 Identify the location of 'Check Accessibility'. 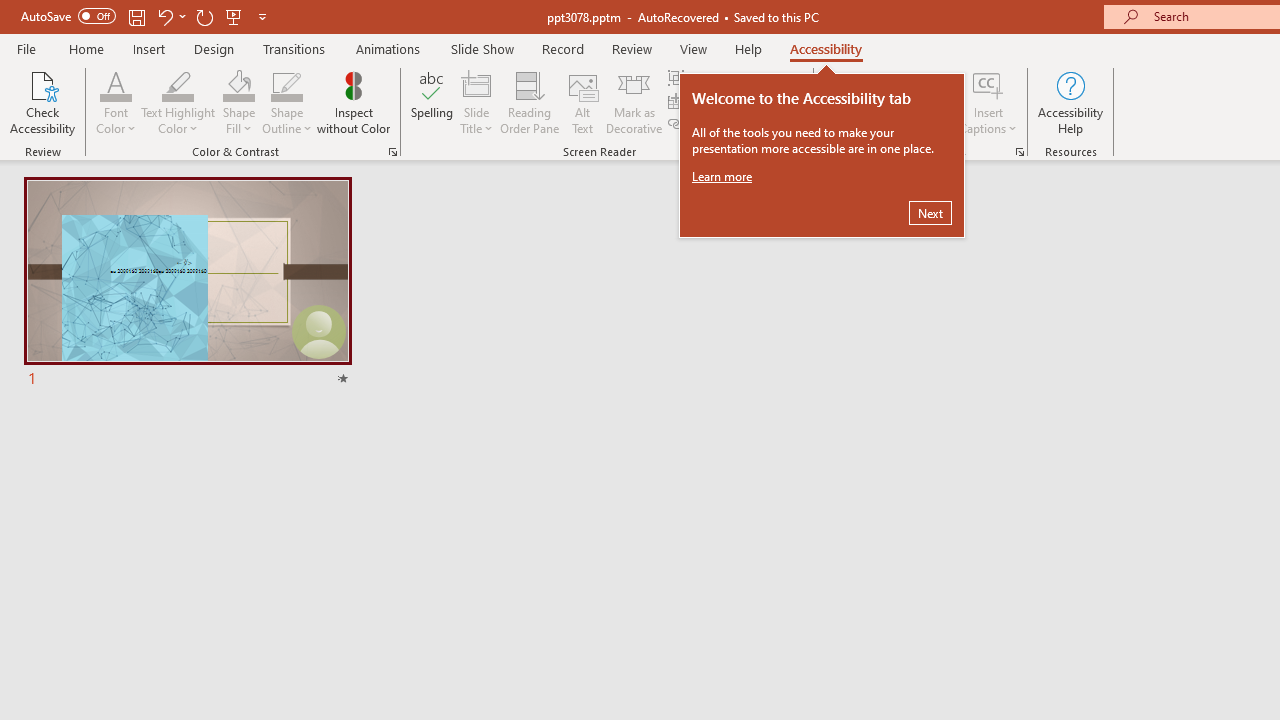
(42, 103).